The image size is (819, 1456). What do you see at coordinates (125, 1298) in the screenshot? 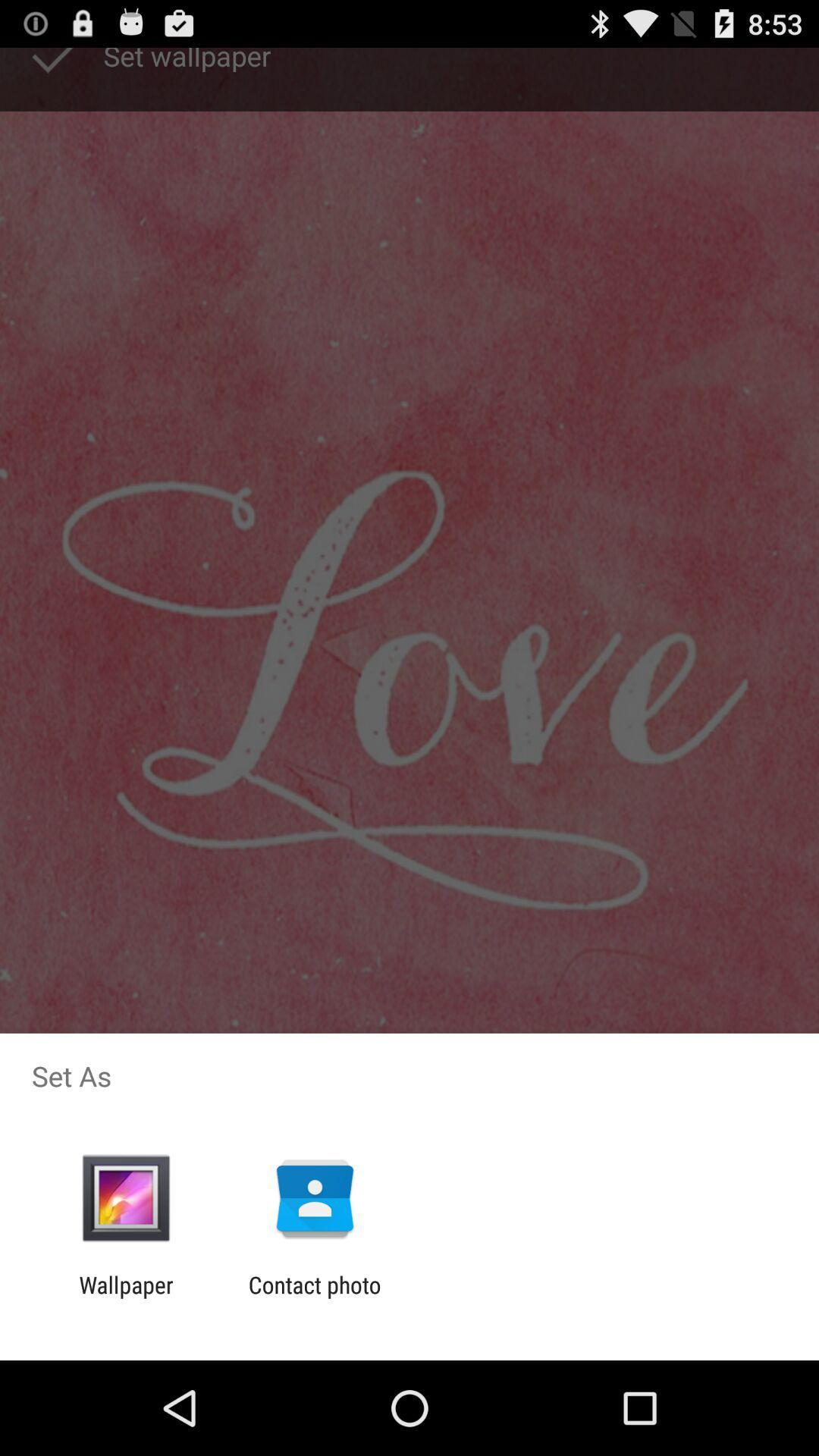
I see `the app to the left of the contact photo icon` at bounding box center [125, 1298].